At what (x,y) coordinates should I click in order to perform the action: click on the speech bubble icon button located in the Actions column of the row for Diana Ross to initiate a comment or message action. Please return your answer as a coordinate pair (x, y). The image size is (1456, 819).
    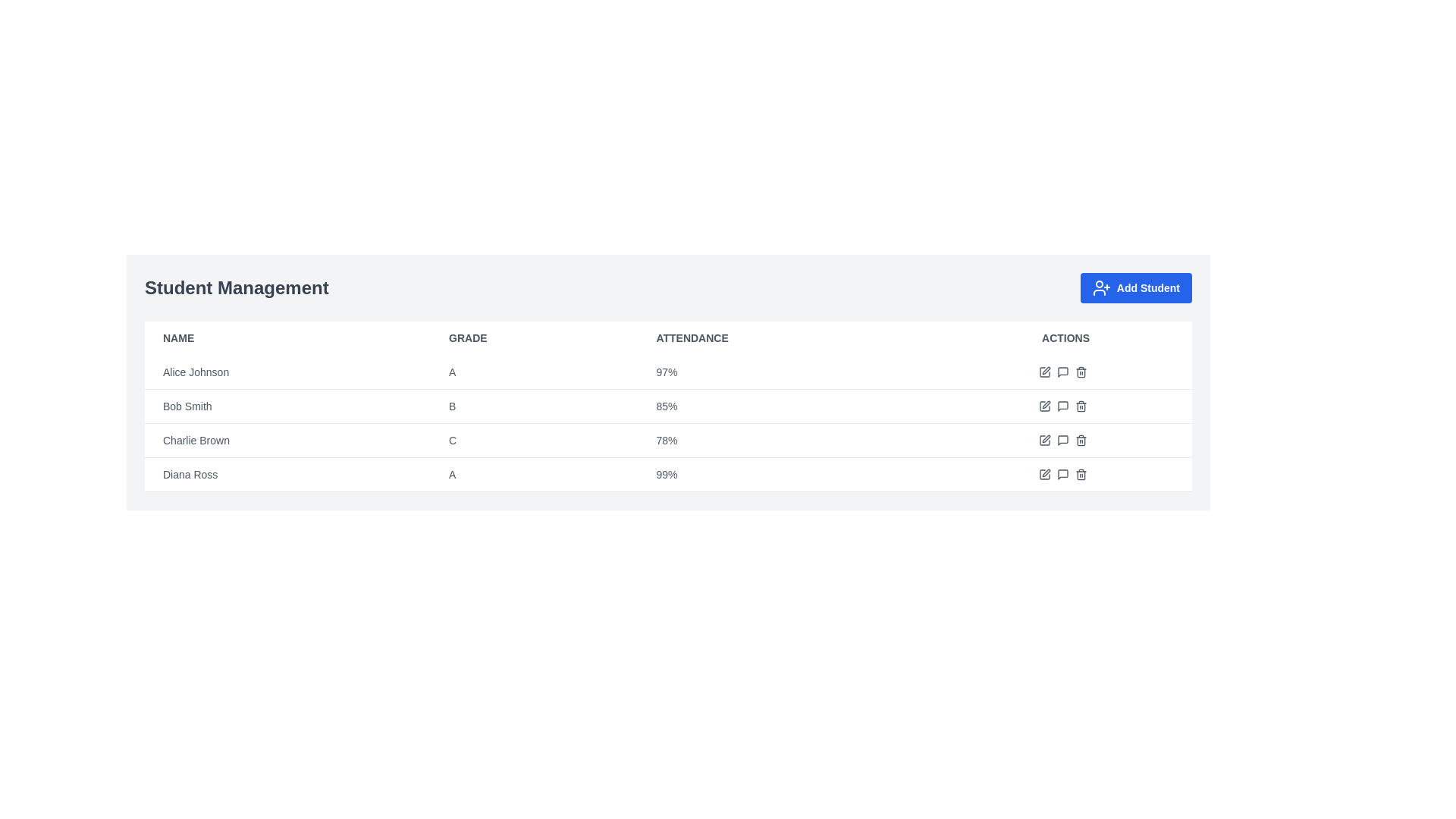
    Looking at the image, I should click on (1062, 473).